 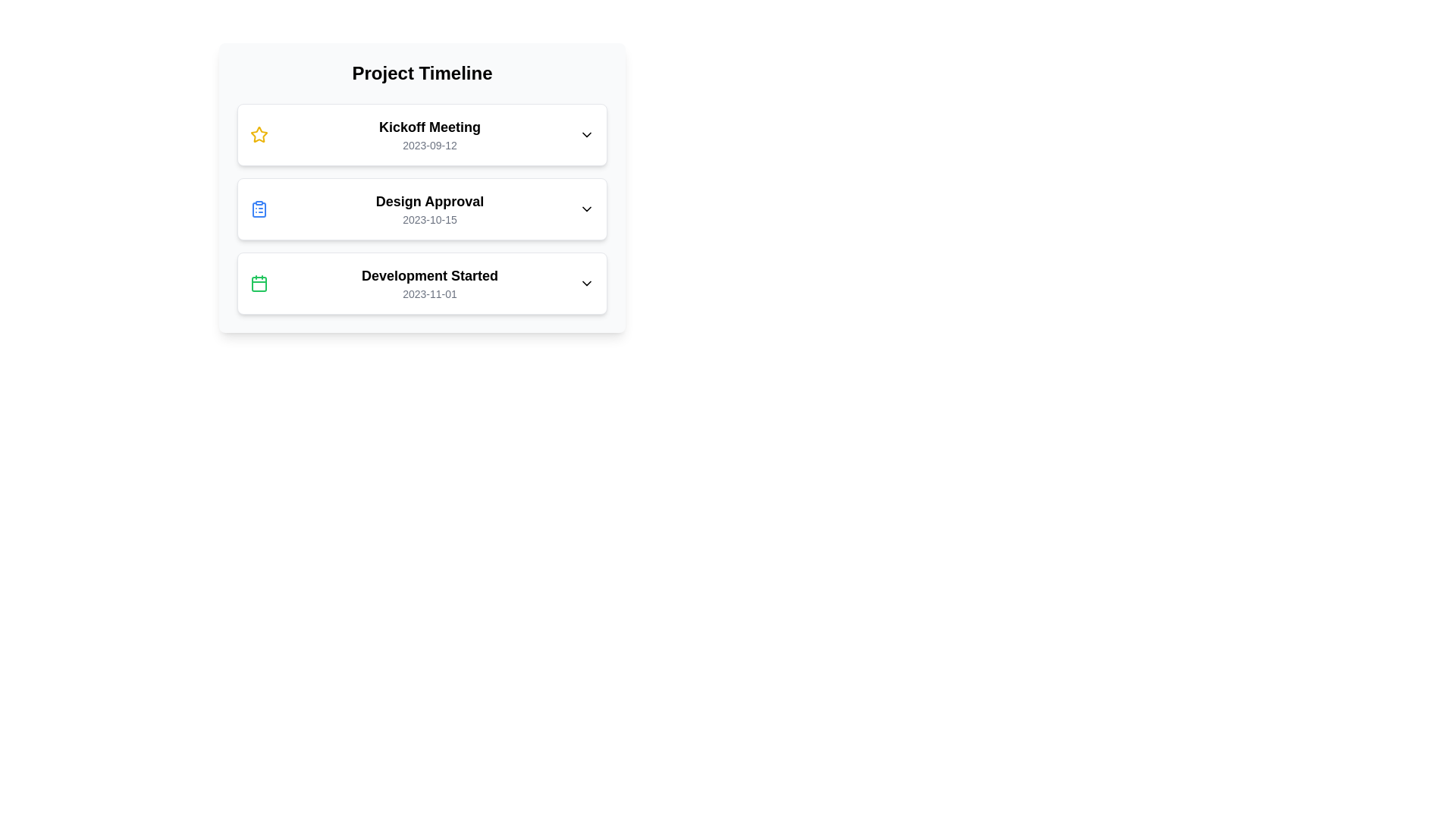 What do you see at coordinates (585, 209) in the screenshot?
I see `the down-pointing chevron icon located to the right of the 'Design Approval' text` at bounding box center [585, 209].